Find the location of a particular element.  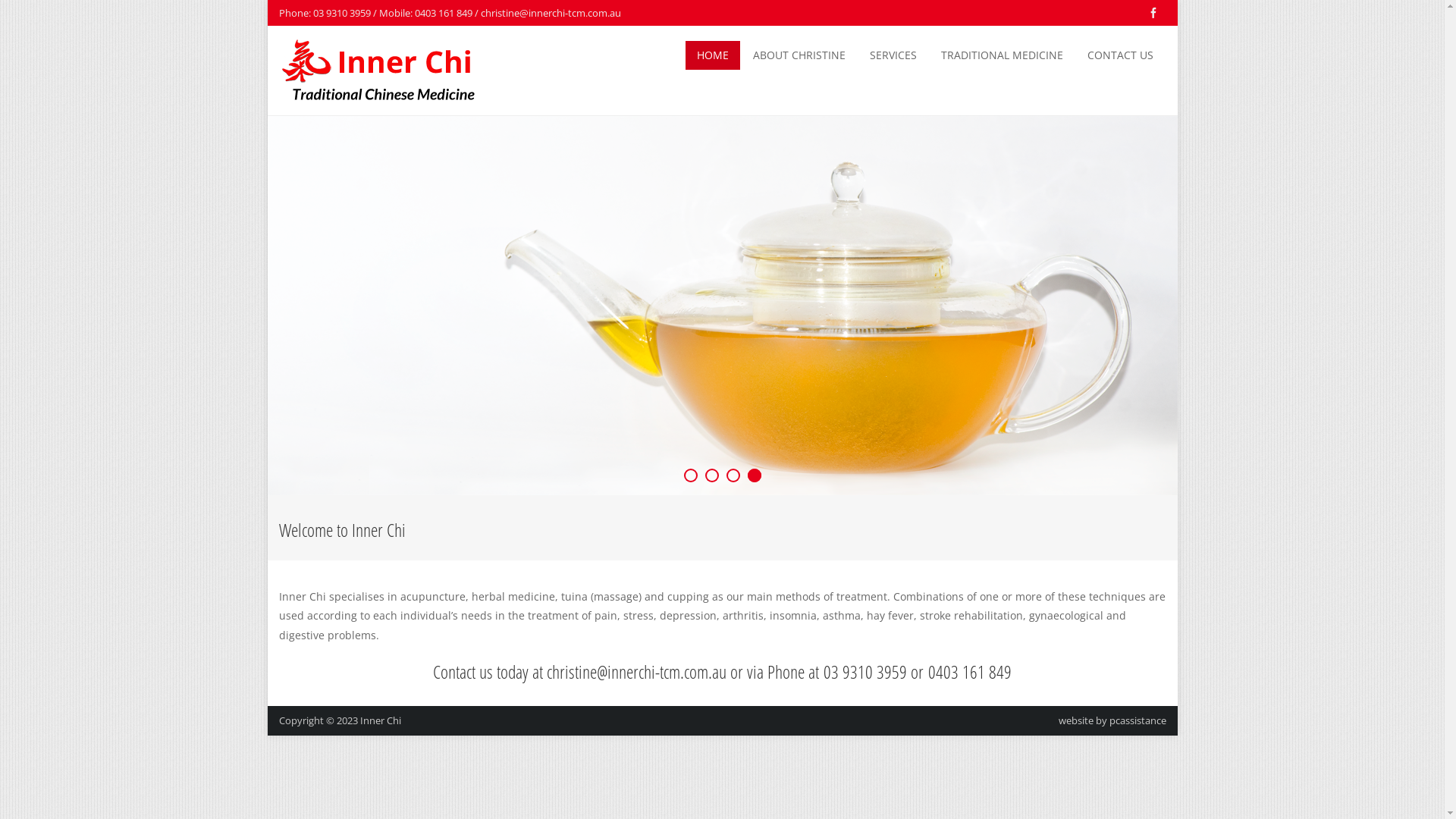

'TRADITIONAL MEDICINE' is located at coordinates (1002, 55).